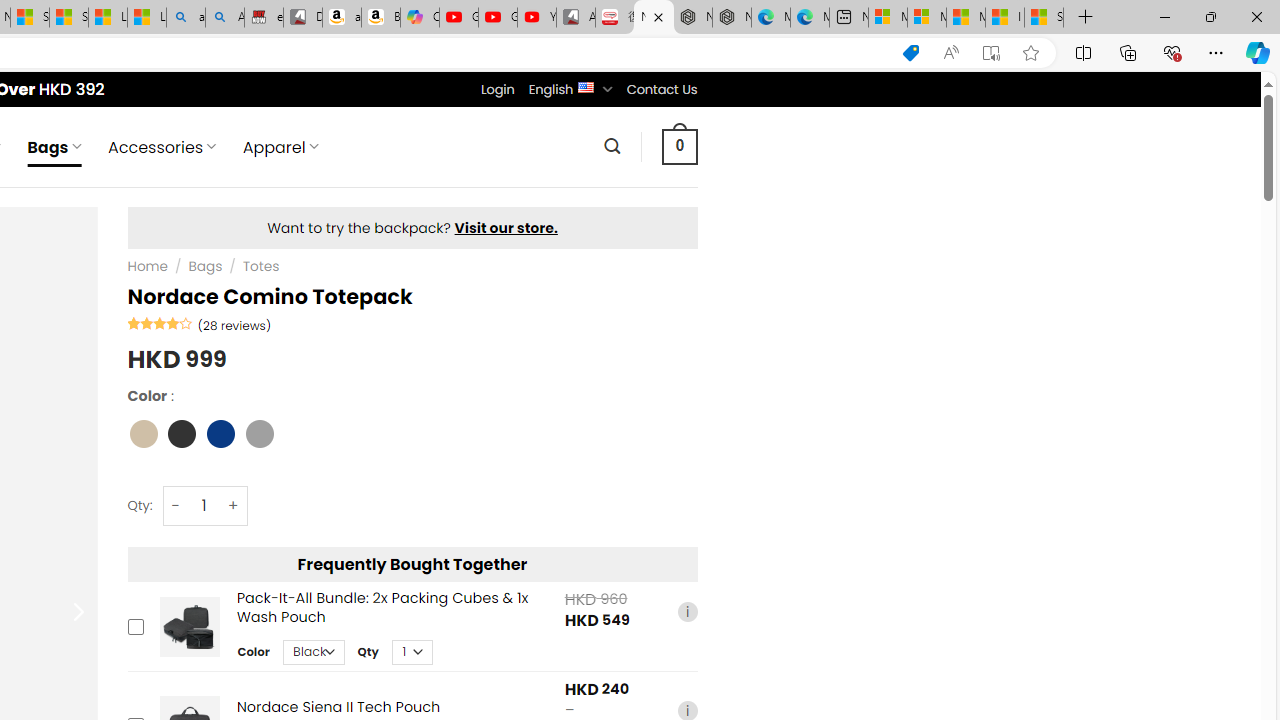 The height and width of the screenshot is (720, 1280). What do you see at coordinates (260, 266) in the screenshot?
I see `'Totes'` at bounding box center [260, 266].